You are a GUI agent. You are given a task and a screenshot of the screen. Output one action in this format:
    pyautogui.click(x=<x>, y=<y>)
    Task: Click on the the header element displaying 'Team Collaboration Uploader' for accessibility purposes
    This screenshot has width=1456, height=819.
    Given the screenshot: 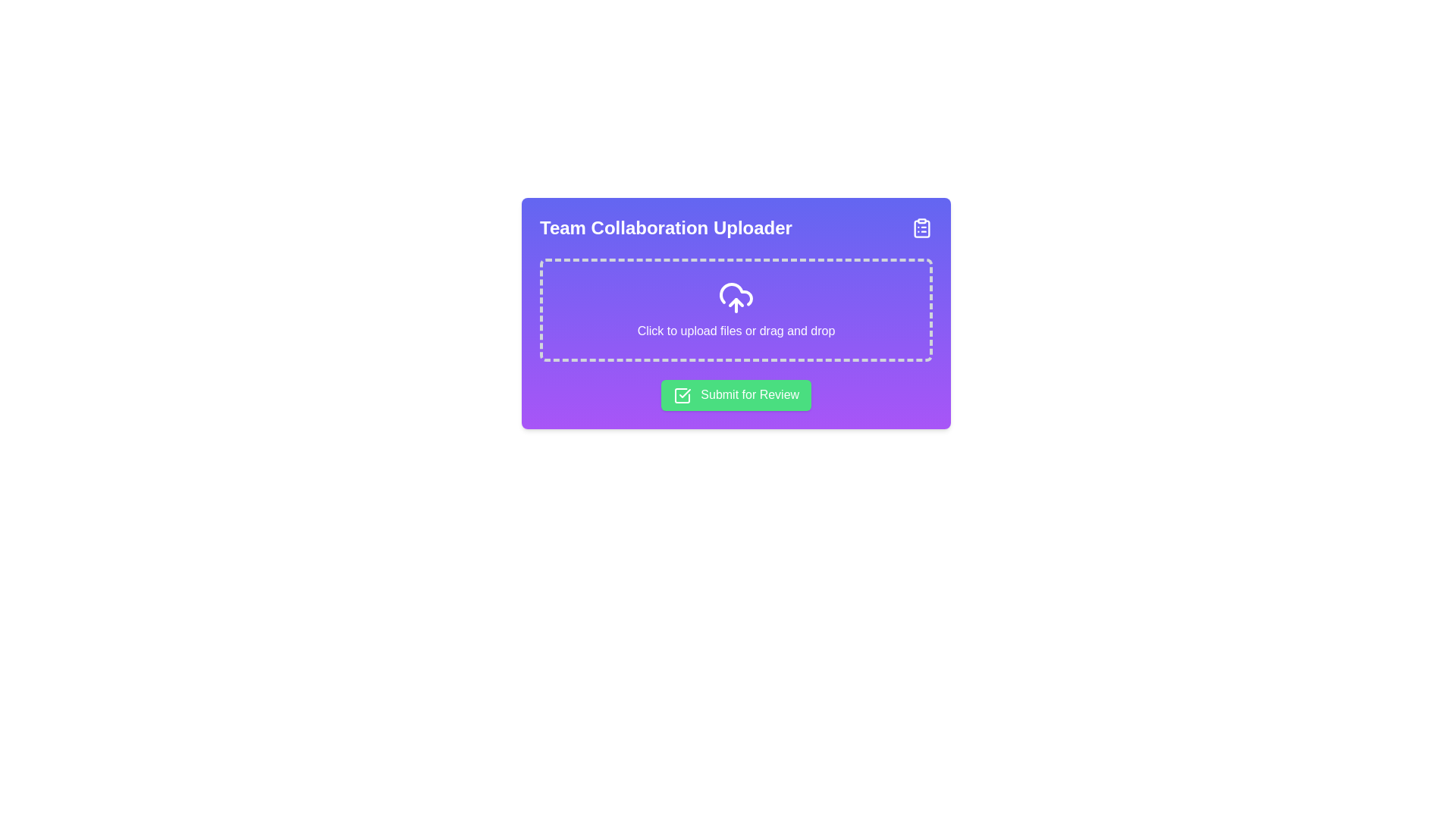 What is the action you would take?
    pyautogui.click(x=736, y=227)
    